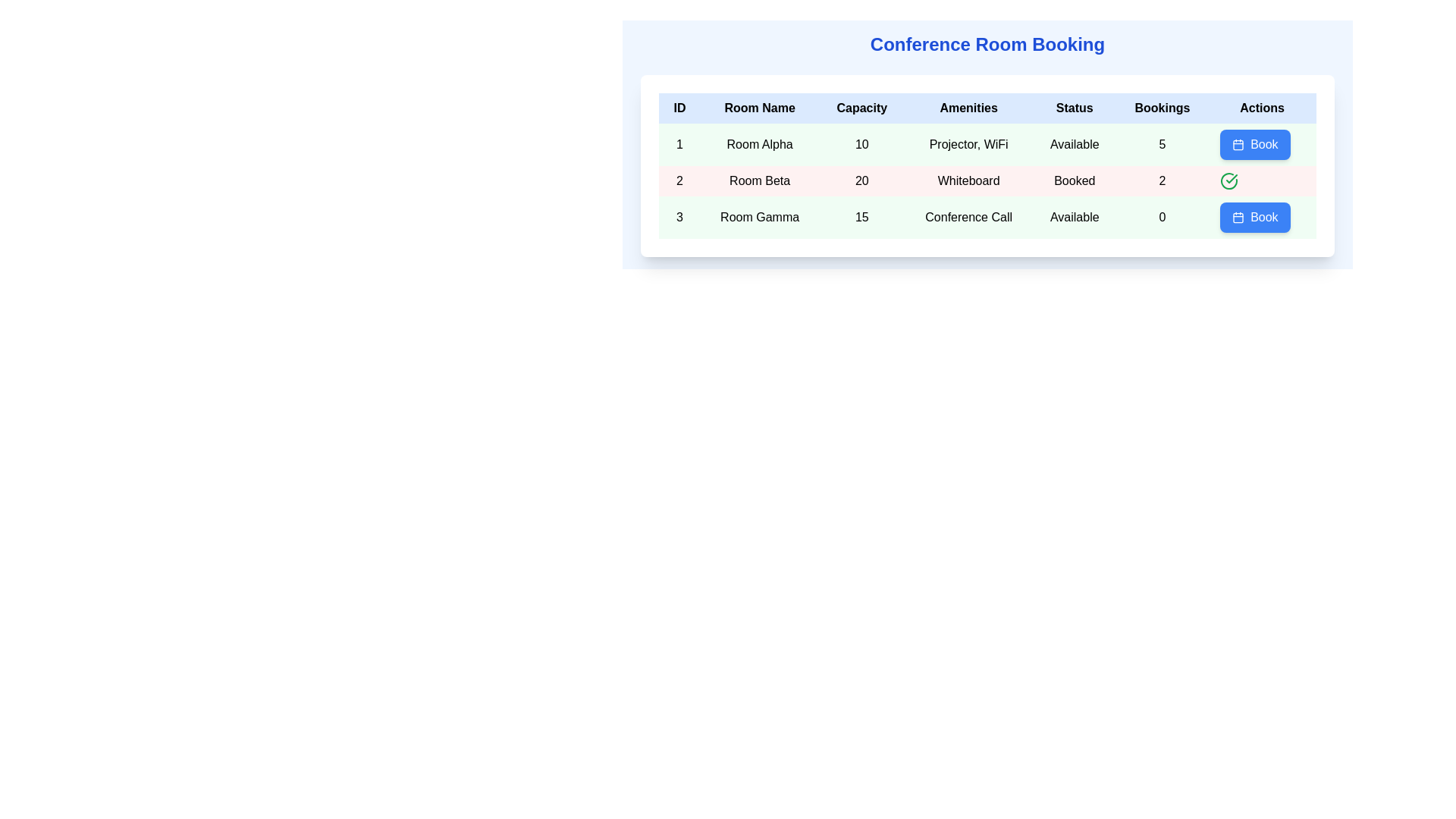 The image size is (1456, 819). I want to click on the table row displaying details about 'Room Beta' in the conference room booking system, which includes its capacity, amenities, current booking status, and the number of bookings, so click(987, 180).